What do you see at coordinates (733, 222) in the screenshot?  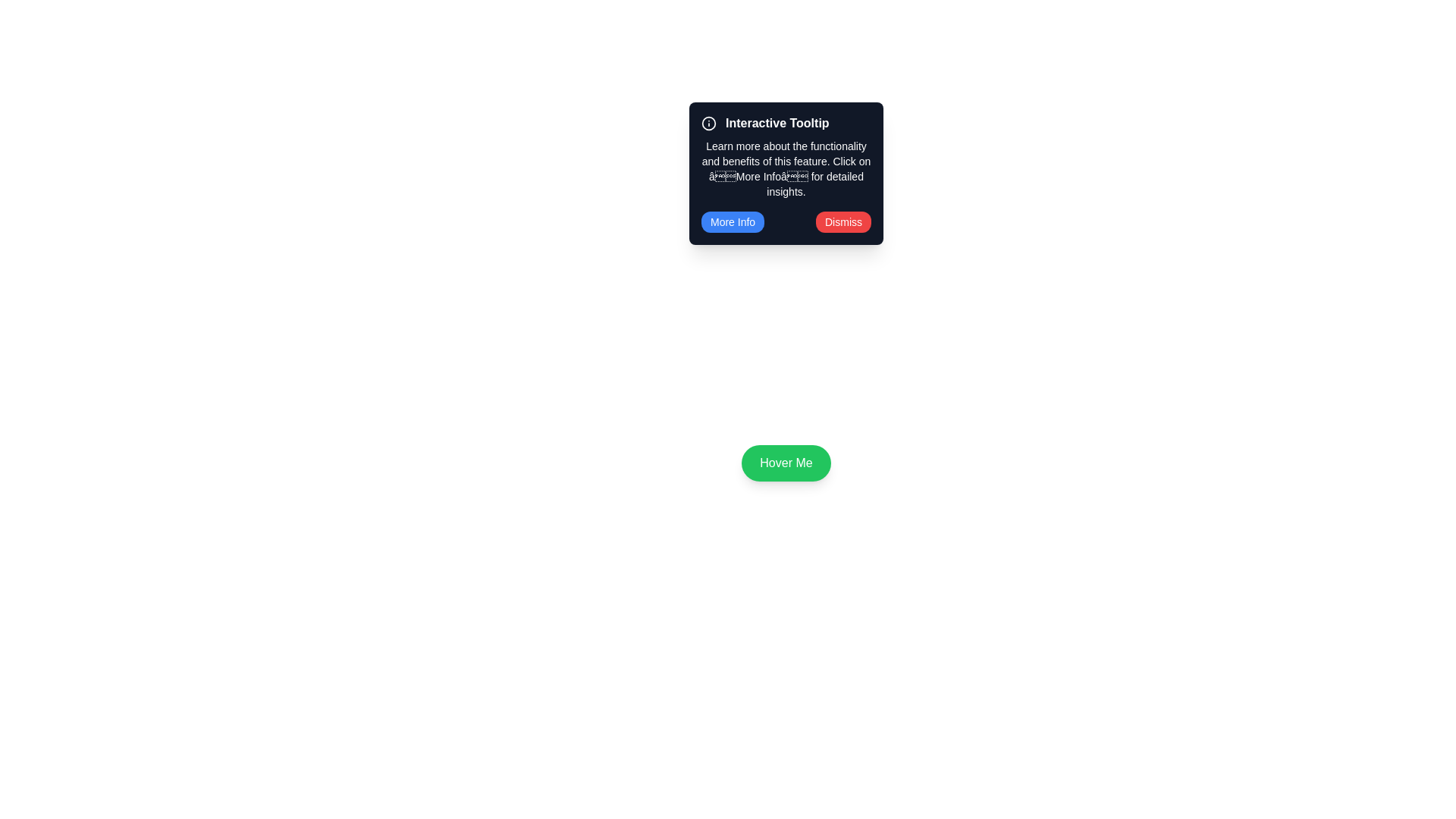 I see `the 'More Info' button, which is styled with rounded corners and a blue background` at bounding box center [733, 222].